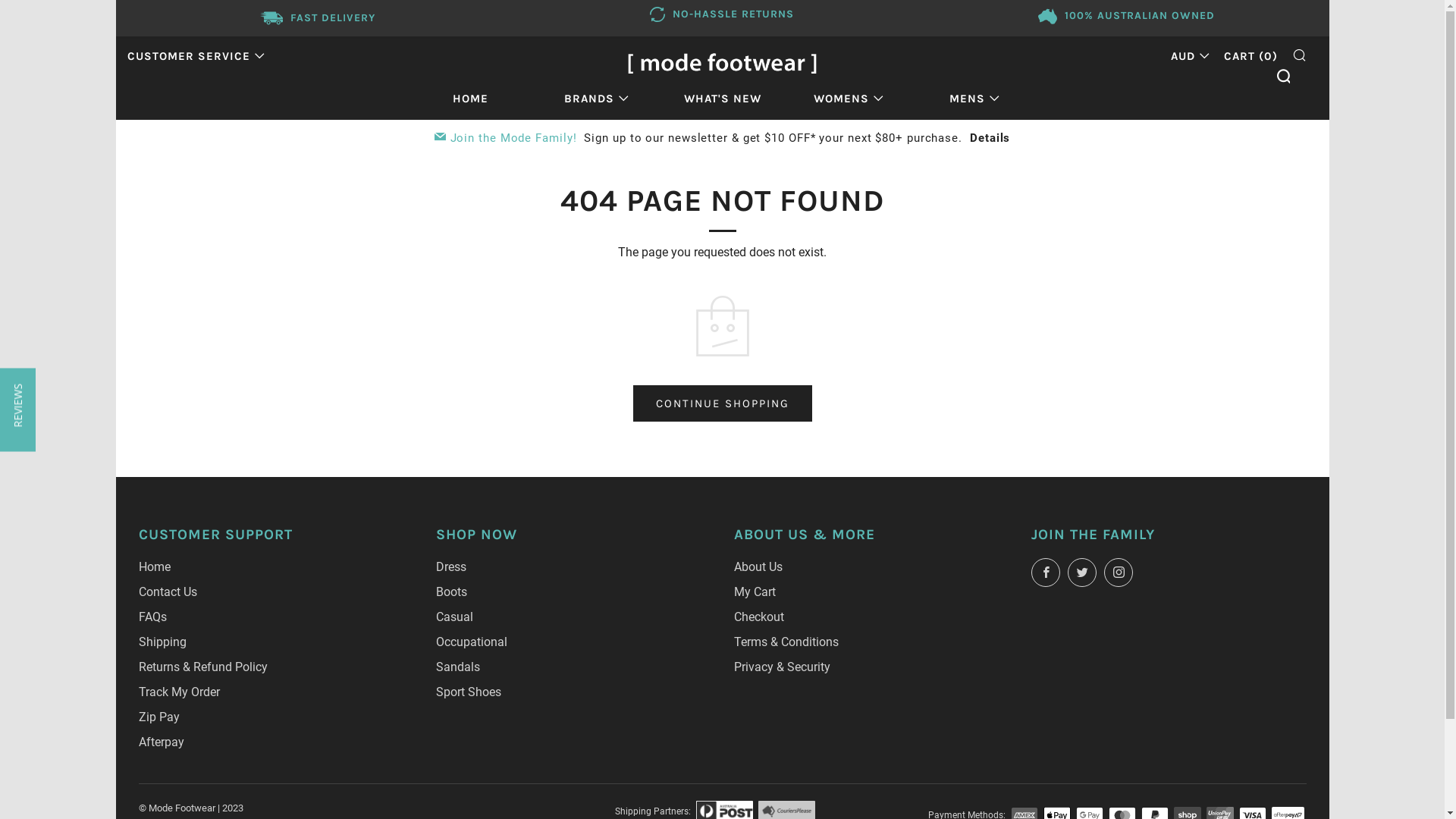  Describe the element at coordinates (202, 666) in the screenshot. I see `'Returns & Refund Policy'` at that location.